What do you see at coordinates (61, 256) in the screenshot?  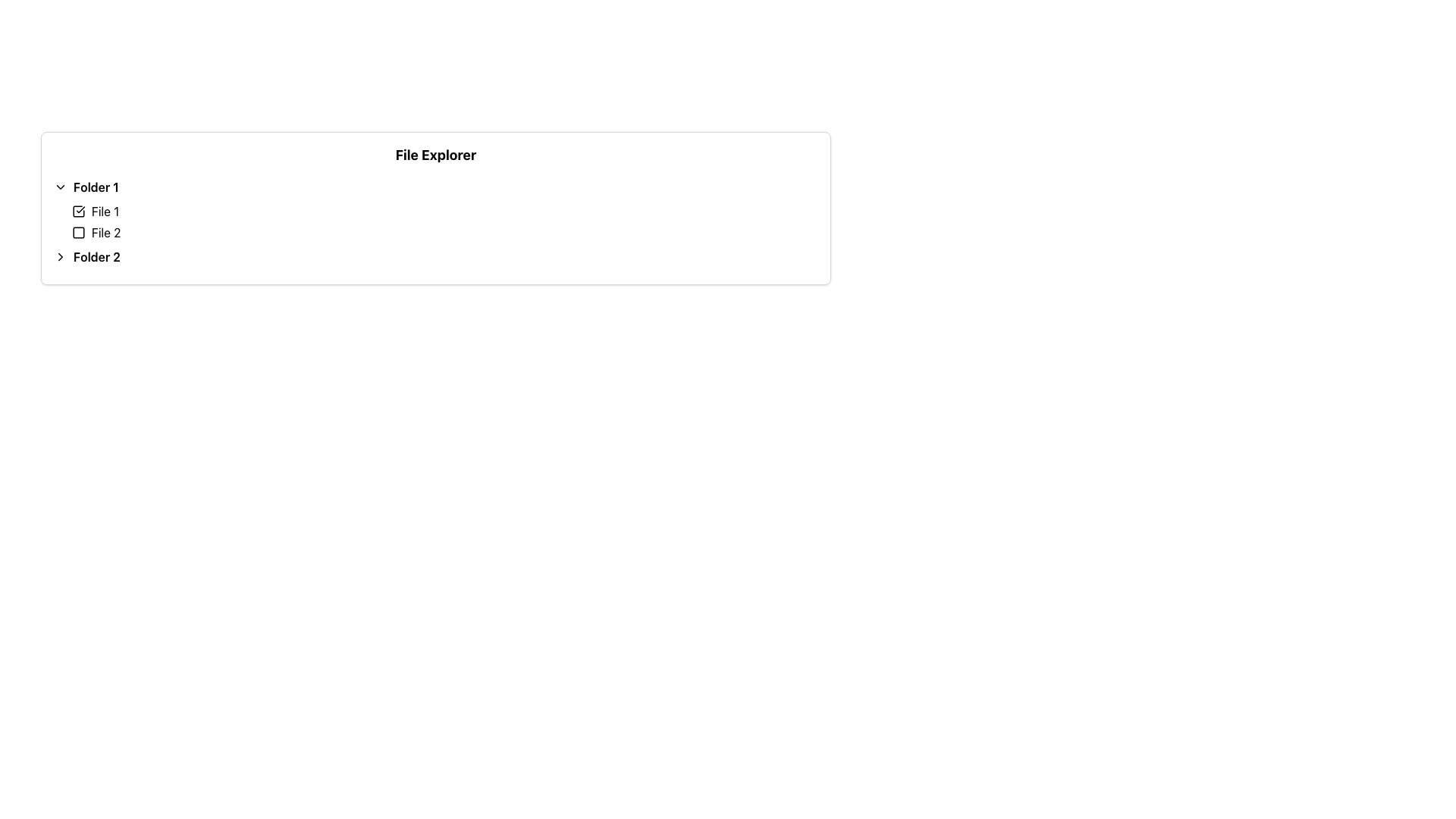 I see `the chevron icon` at bounding box center [61, 256].